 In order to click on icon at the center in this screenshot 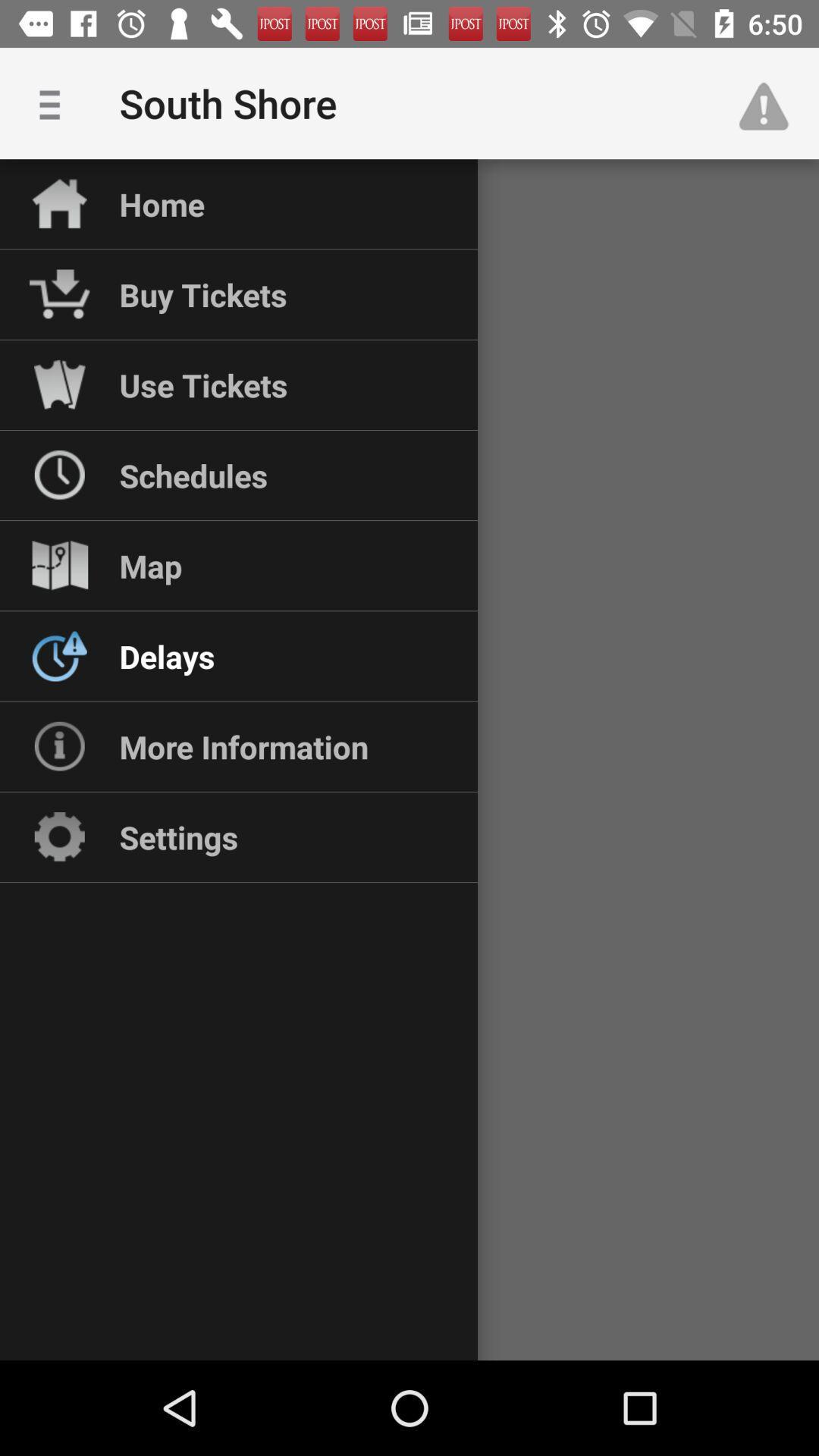, I will do `click(409, 760)`.